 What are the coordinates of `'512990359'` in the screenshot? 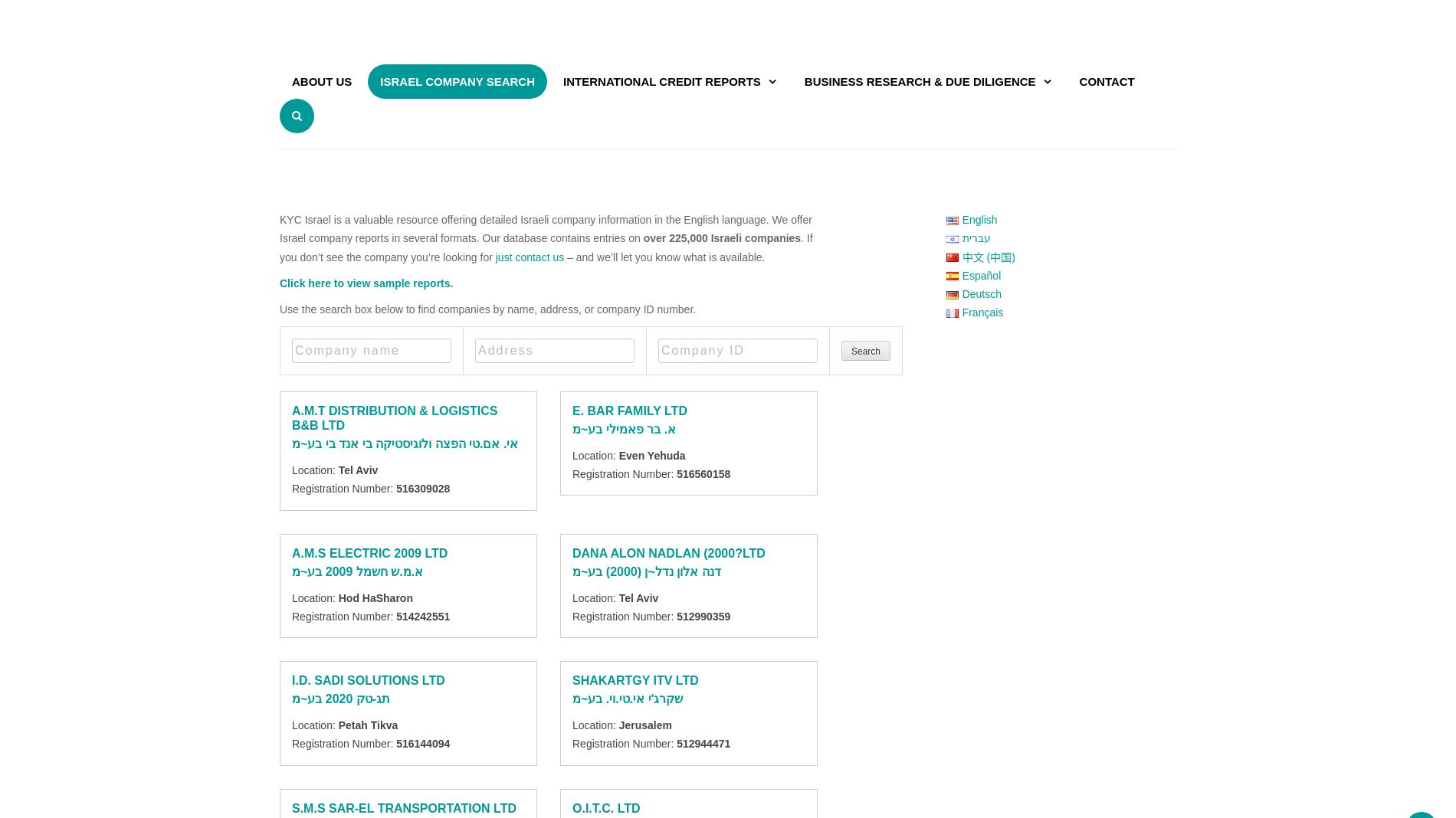 It's located at (703, 614).